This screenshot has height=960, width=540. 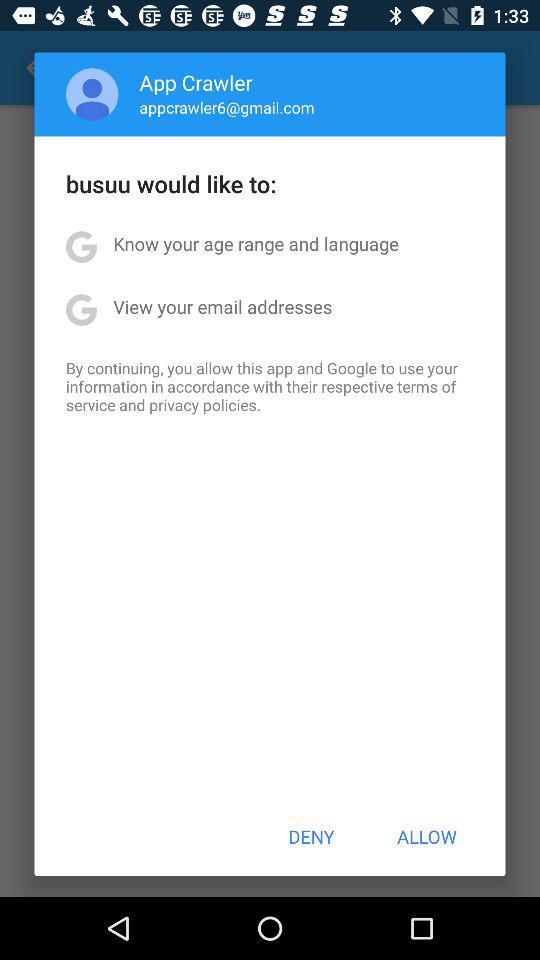 What do you see at coordinates (256, 242) in the screenshot?
I see `the icon above the view your email item` at bounding box center [256, 242].